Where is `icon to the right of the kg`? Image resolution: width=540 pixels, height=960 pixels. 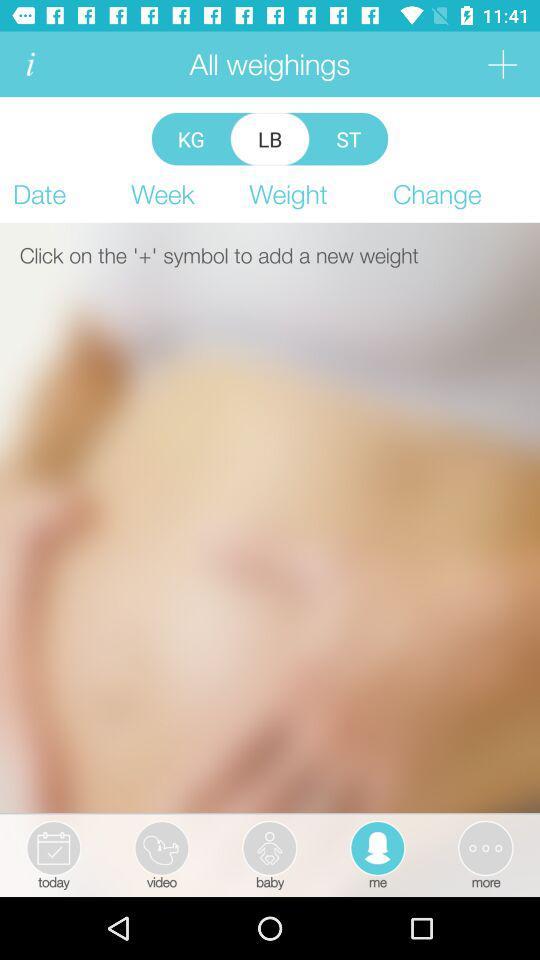
icon to the right of the kg is located at coordinates (270, 138).